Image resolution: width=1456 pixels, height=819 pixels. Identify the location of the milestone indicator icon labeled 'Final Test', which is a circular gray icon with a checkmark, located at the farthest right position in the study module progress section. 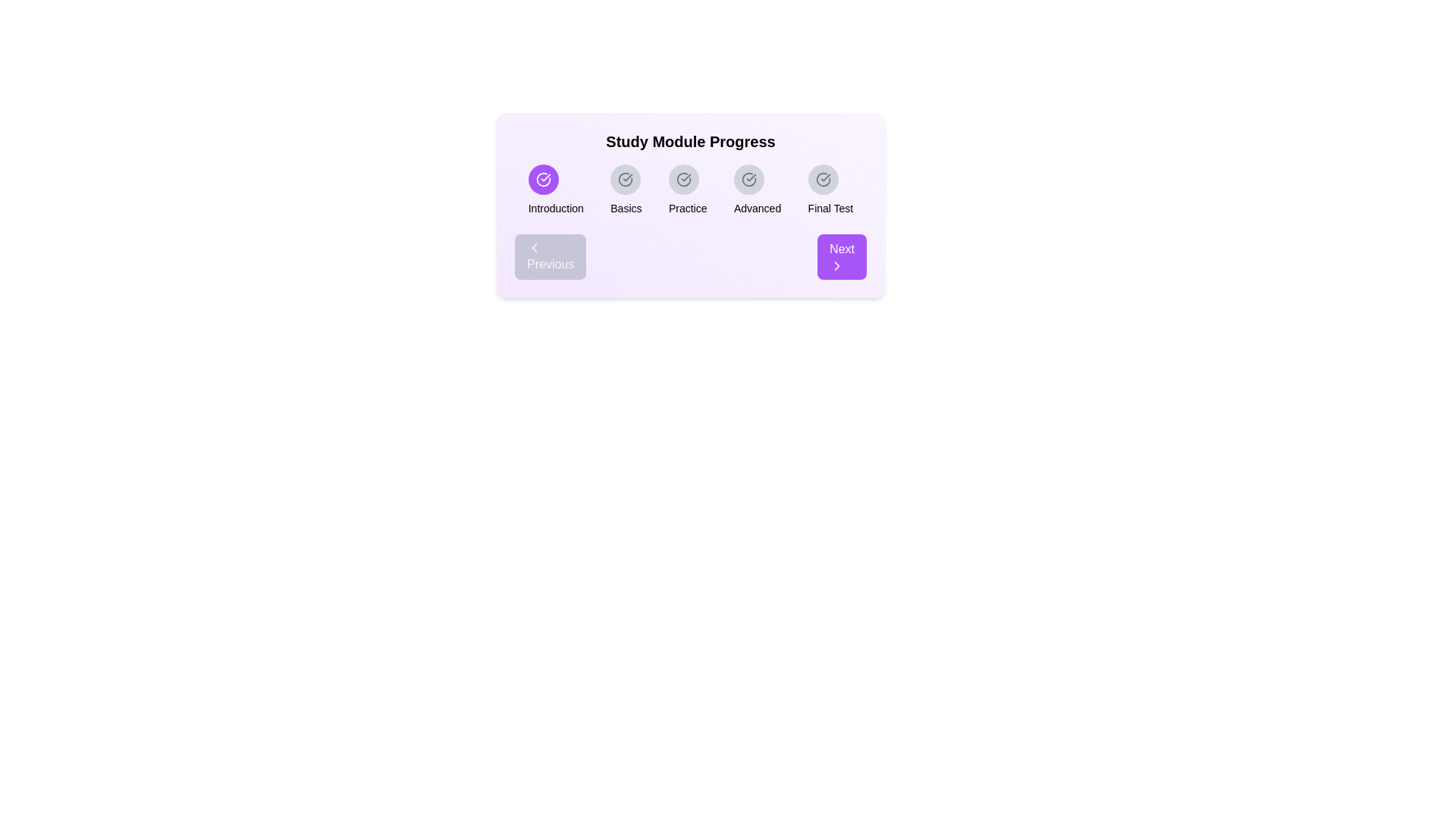
(830, 189).